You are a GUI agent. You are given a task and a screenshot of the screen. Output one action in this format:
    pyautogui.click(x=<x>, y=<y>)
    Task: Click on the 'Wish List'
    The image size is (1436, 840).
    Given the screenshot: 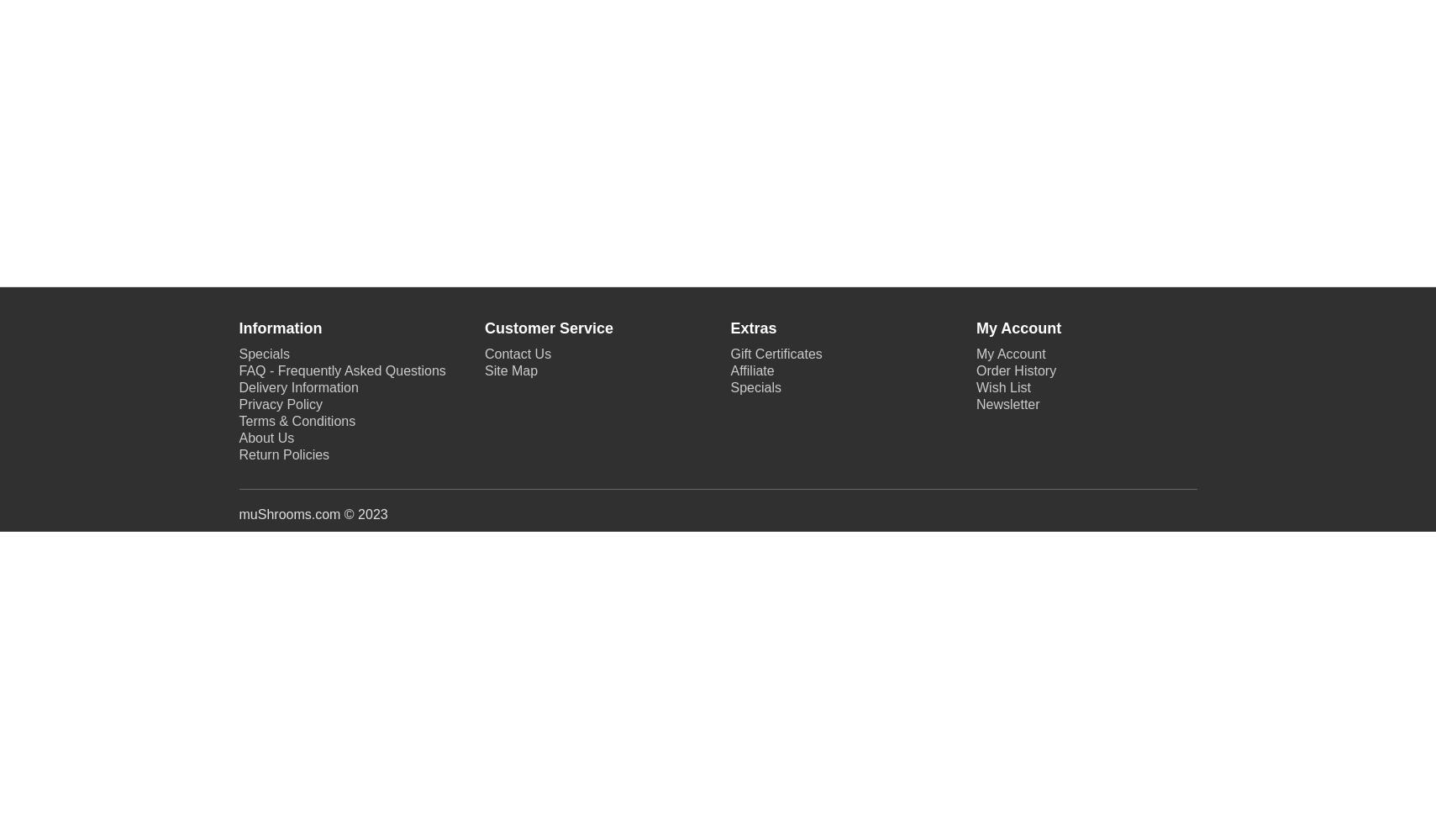 What is the action you would take?
    pyautogui.click(x=1003, y=386)
    